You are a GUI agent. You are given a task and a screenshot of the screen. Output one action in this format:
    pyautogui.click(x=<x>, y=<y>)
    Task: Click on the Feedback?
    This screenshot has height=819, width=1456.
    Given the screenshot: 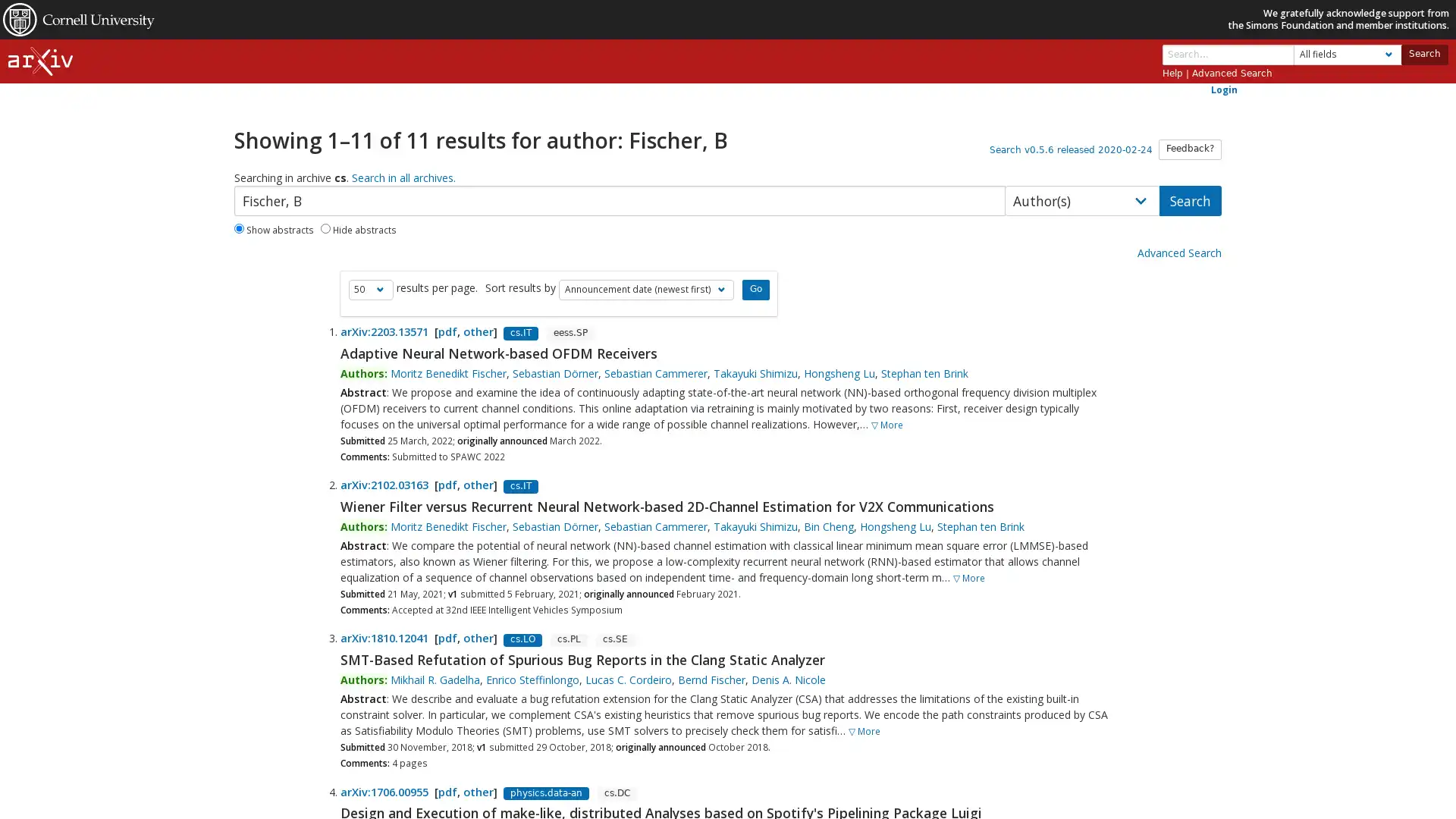 What is the action you would take?
    pyautogui.click(x=1189, y=149)
    